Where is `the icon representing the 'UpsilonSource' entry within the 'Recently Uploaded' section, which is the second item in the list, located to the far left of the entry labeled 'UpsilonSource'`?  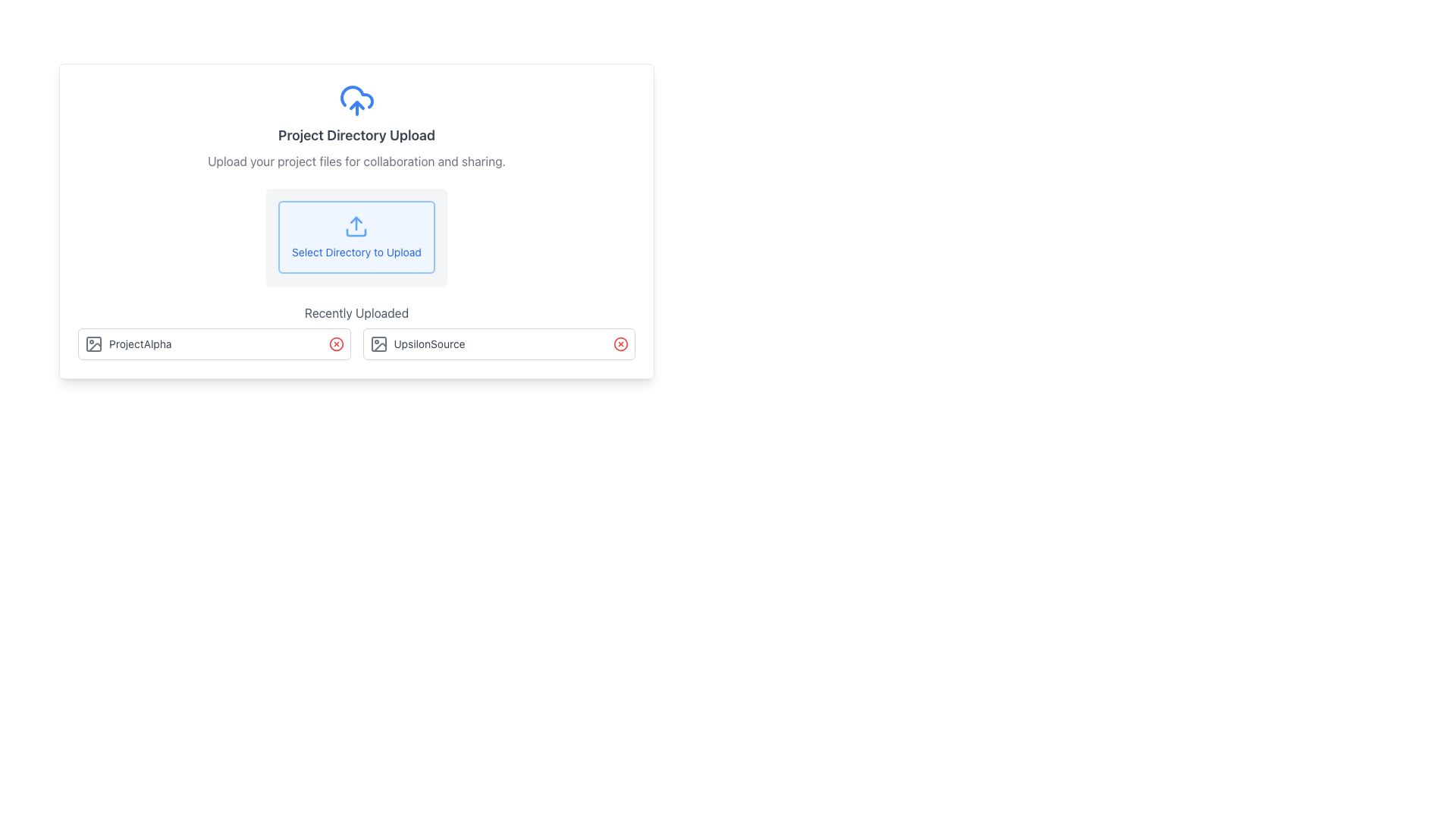 the icon representing the 'UpsilonSource' entry within the 'Recently Uploaded' section, which is the second item in the list, located to the far left of the entry labeled 'UpsilonSource' is located at coordinates (378, 344).